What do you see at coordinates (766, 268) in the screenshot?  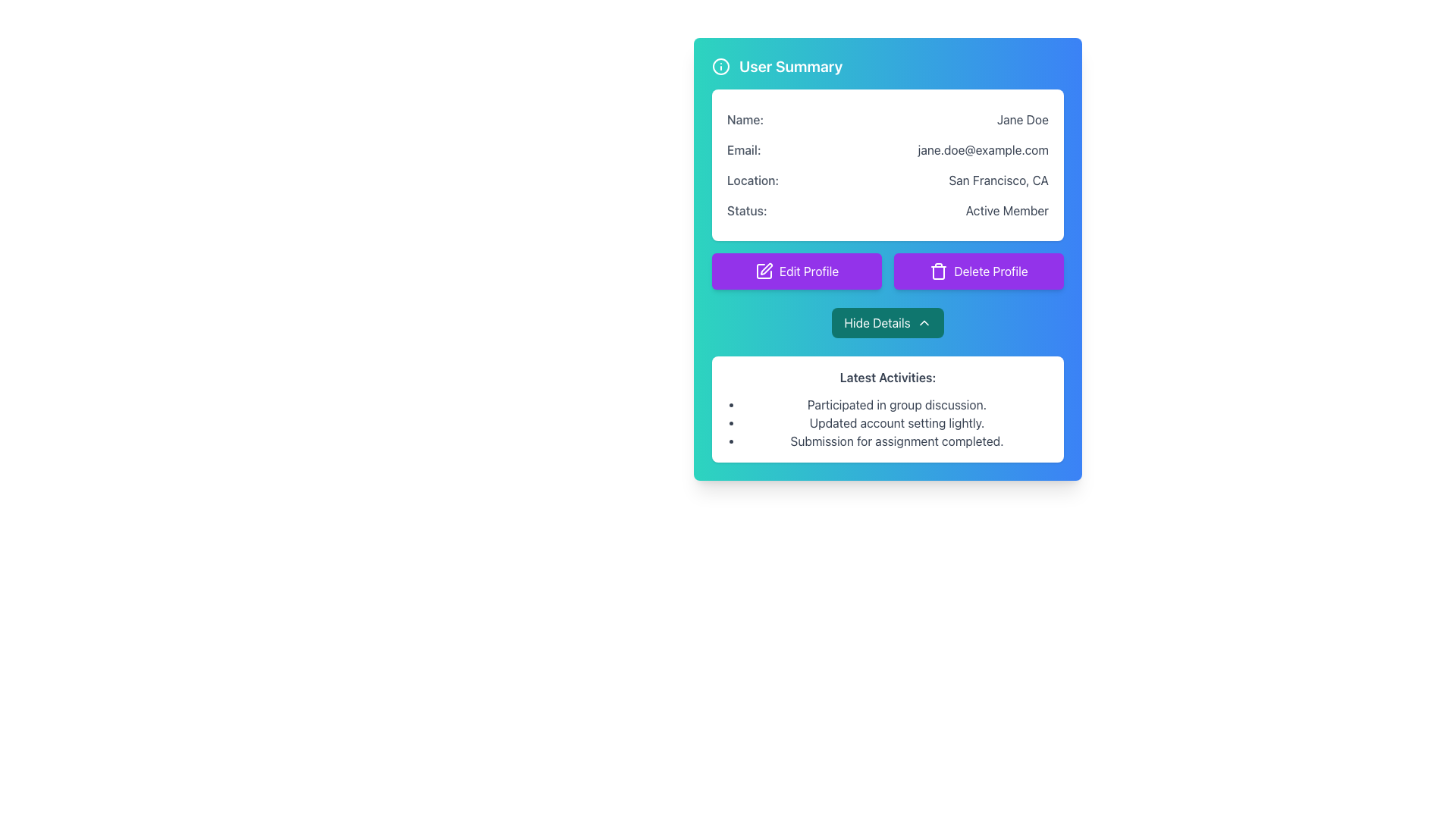 I see `the 'Edit' icon located in the top right corner of its containing box for accessibility navigation` at bounding box center [766, 268].